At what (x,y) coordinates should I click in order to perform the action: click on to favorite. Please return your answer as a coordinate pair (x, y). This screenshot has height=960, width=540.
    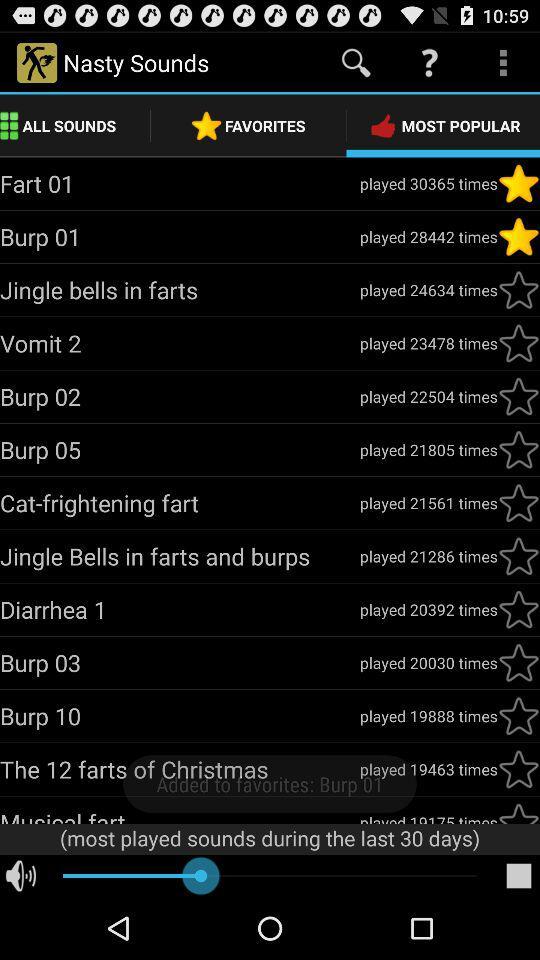
    Looking at the image, I should click on (518, 343).